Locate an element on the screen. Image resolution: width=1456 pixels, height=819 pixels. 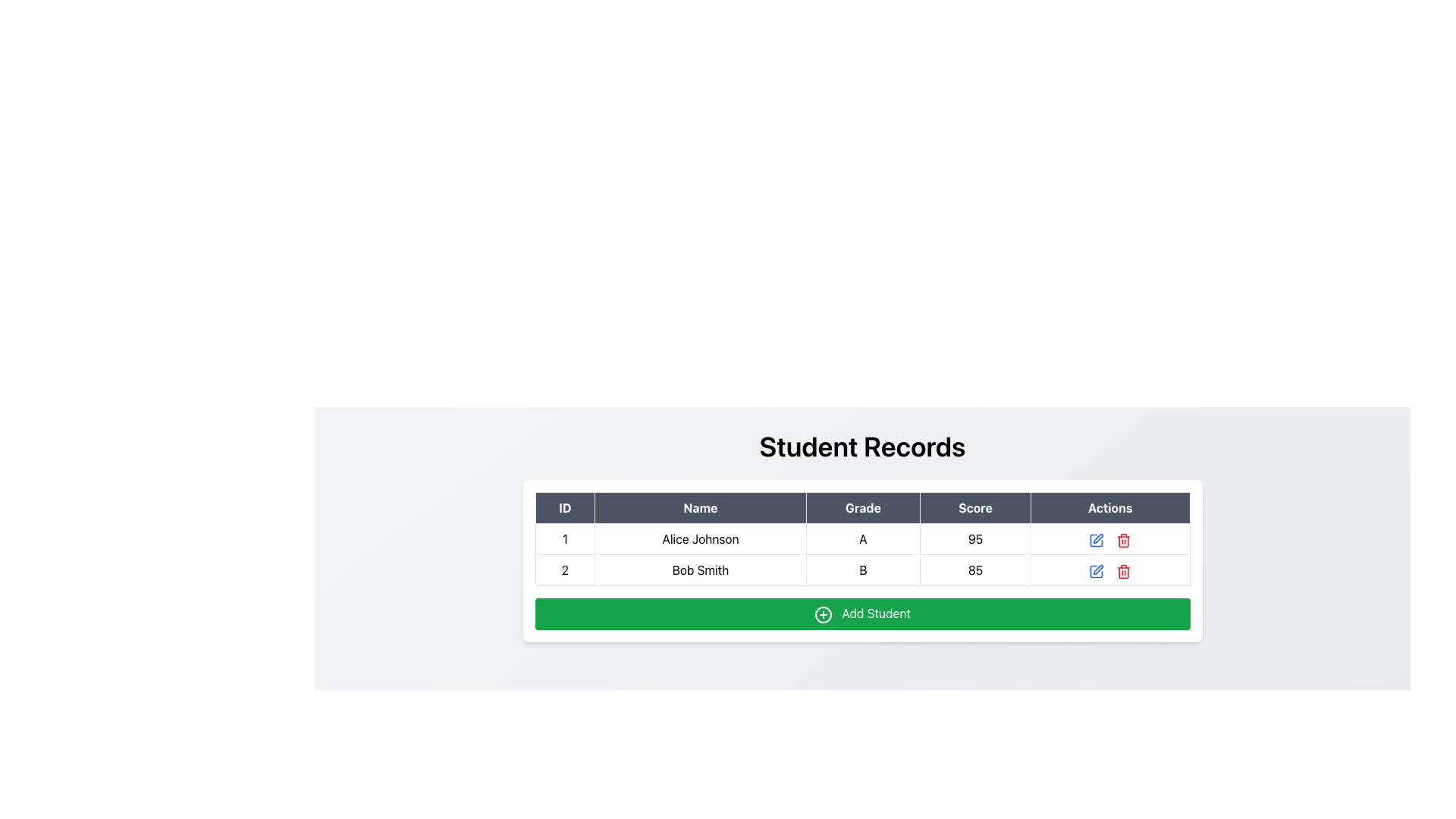
the 'Add Student' button, which is a rectangular button with a green background and white text, located beneath the student records table is located at coordinates (862, 613).